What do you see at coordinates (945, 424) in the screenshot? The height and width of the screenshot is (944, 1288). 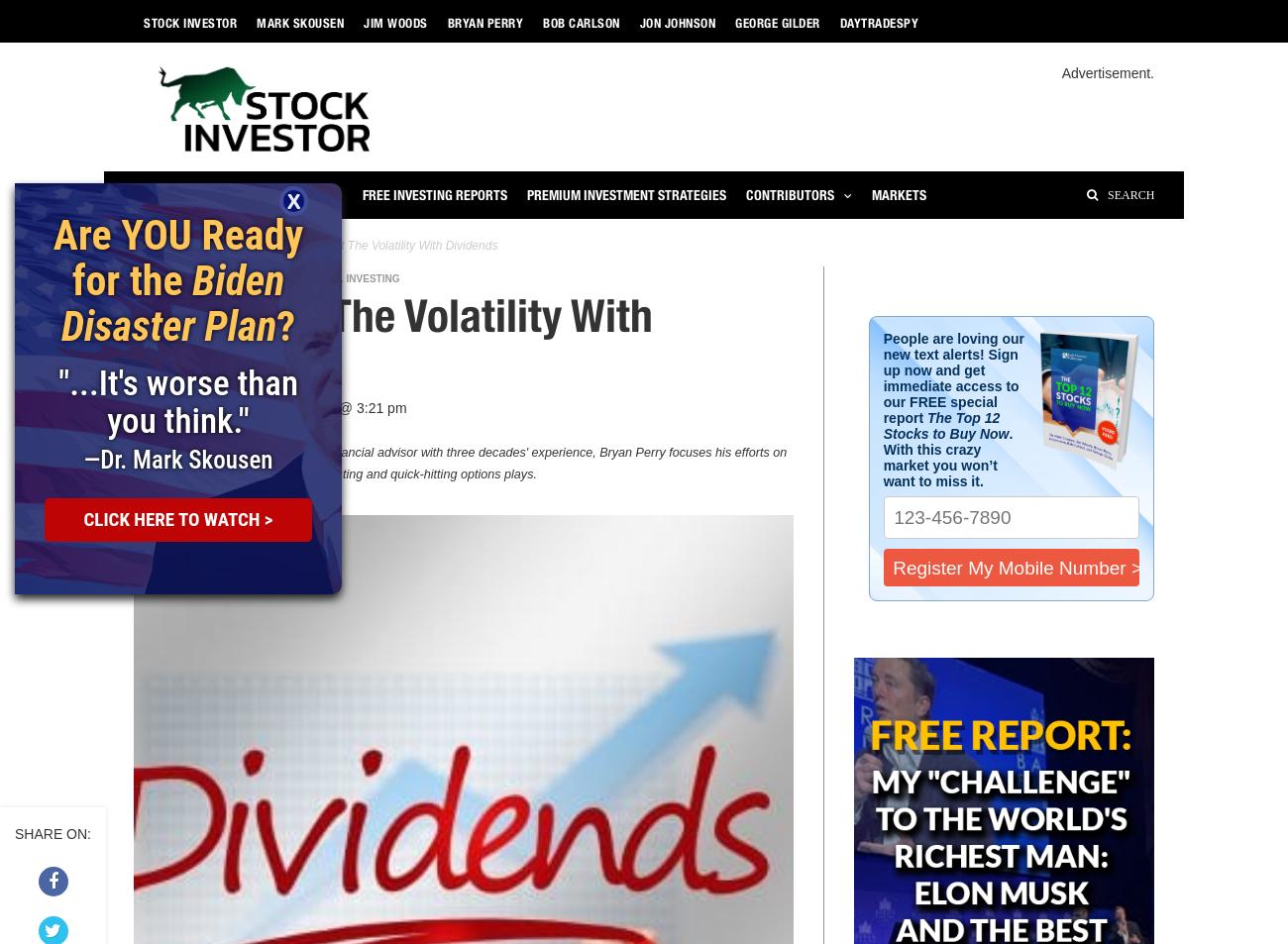 I see `'The Top 12 Stocks to Buy Now'` at bounding box center [945, 424].